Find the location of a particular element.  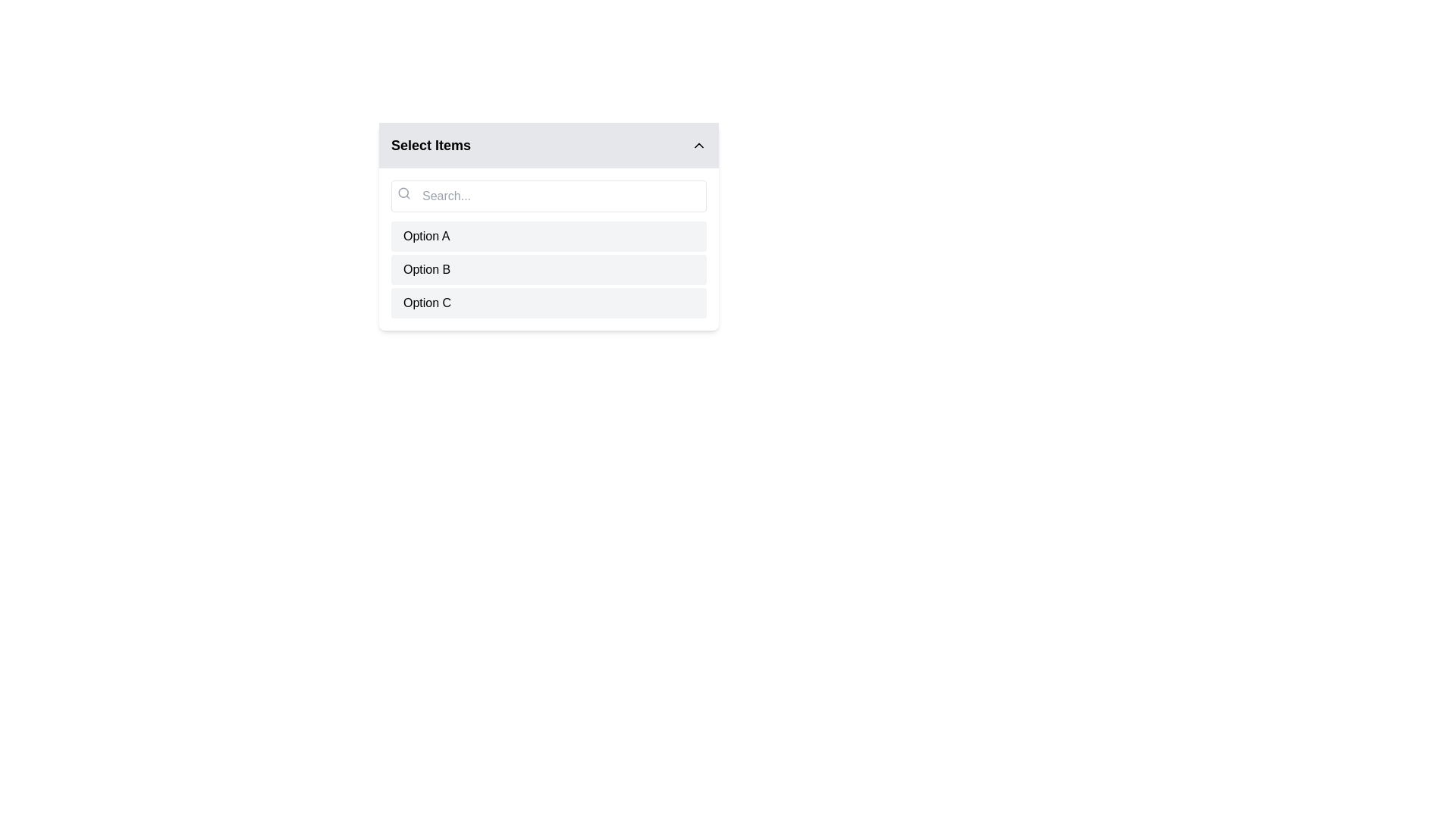

on the list item displaying 'Option C', which is the last option in a vertically stacked list with a light gray background and rounded corners is located at coordinates (548, 303).